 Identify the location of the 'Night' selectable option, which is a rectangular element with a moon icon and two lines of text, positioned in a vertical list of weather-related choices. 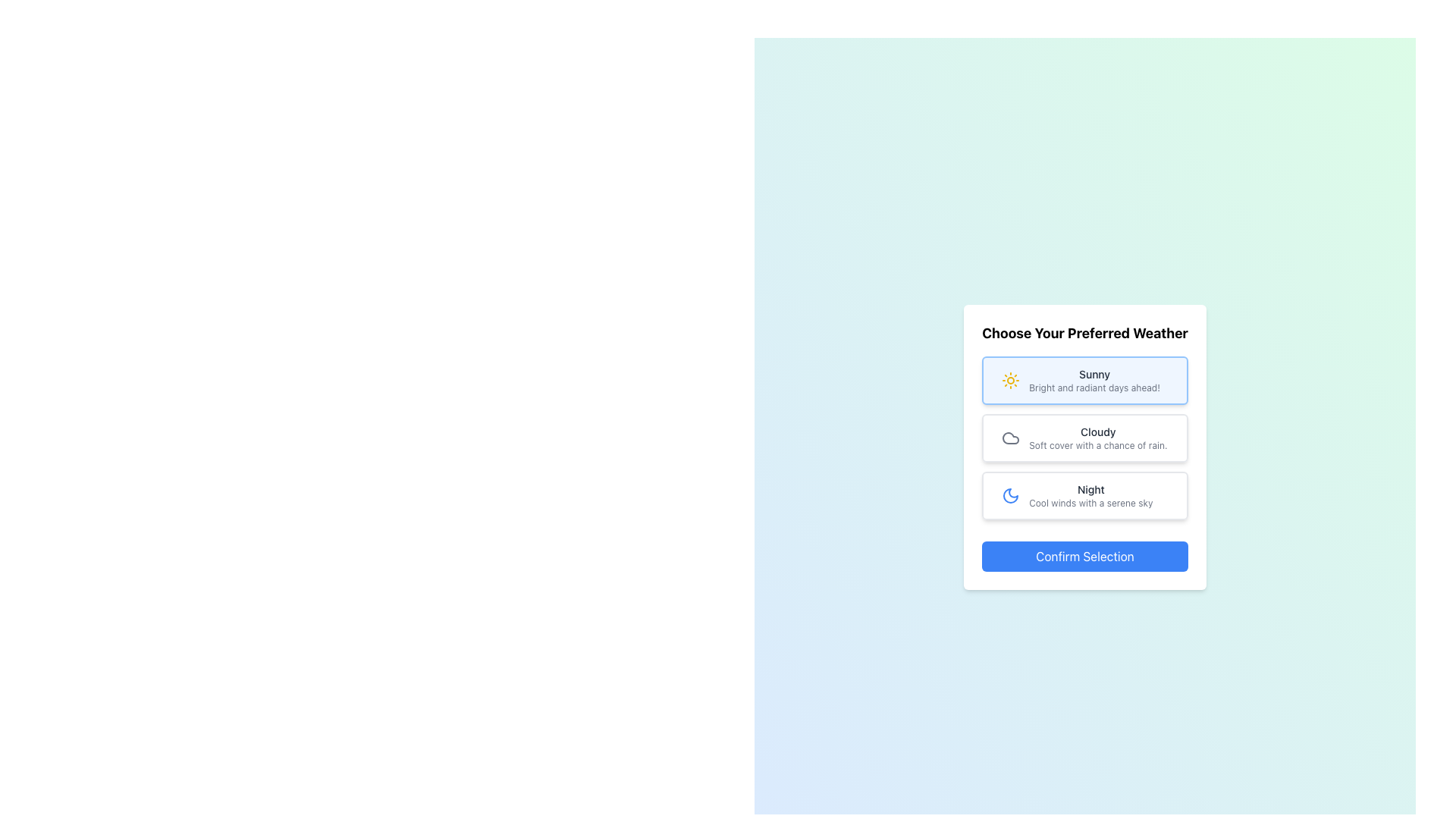
(1084, 496).